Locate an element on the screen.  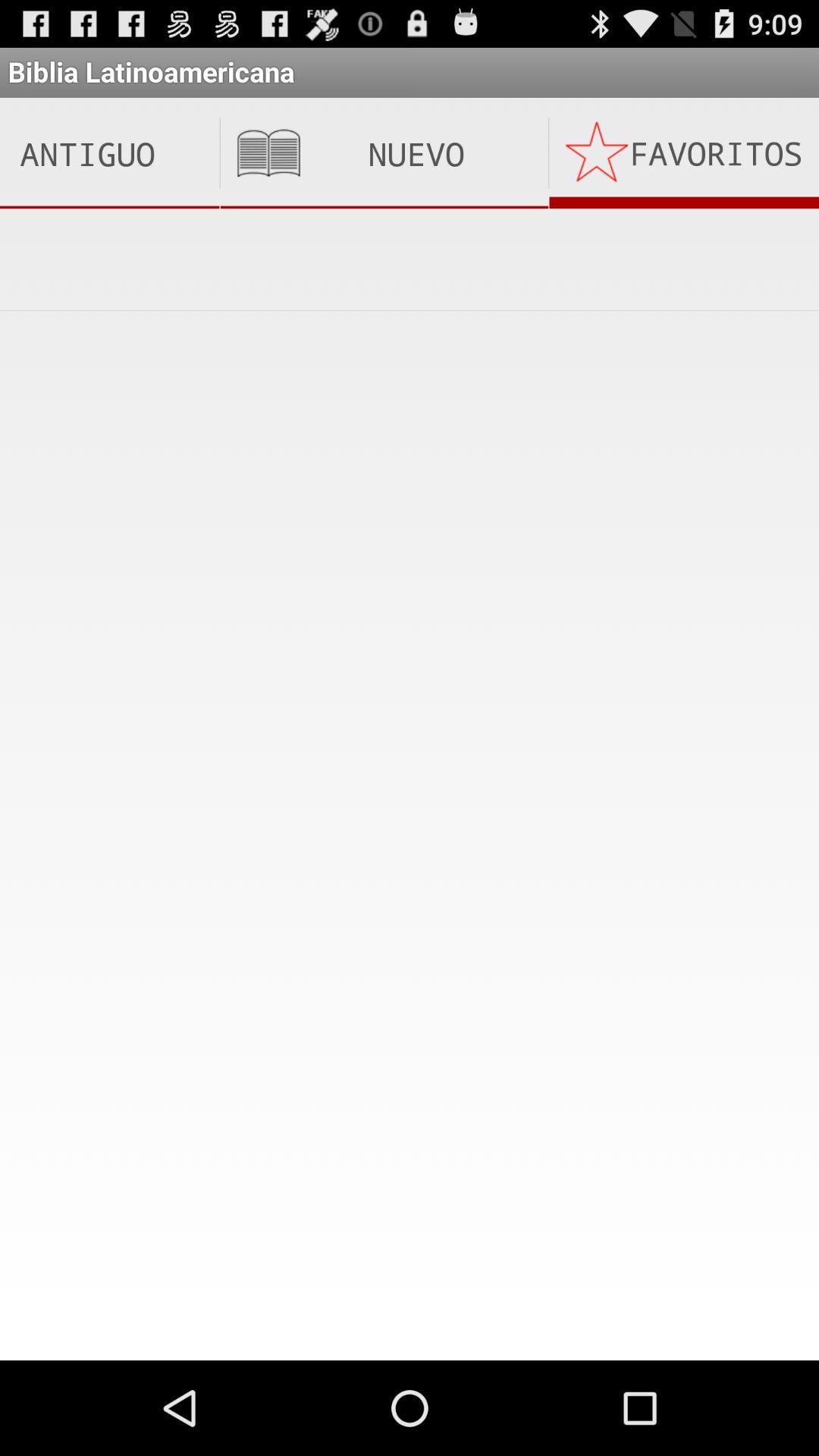
the item to the left of the favoritos is located at coordinates (383, 153).